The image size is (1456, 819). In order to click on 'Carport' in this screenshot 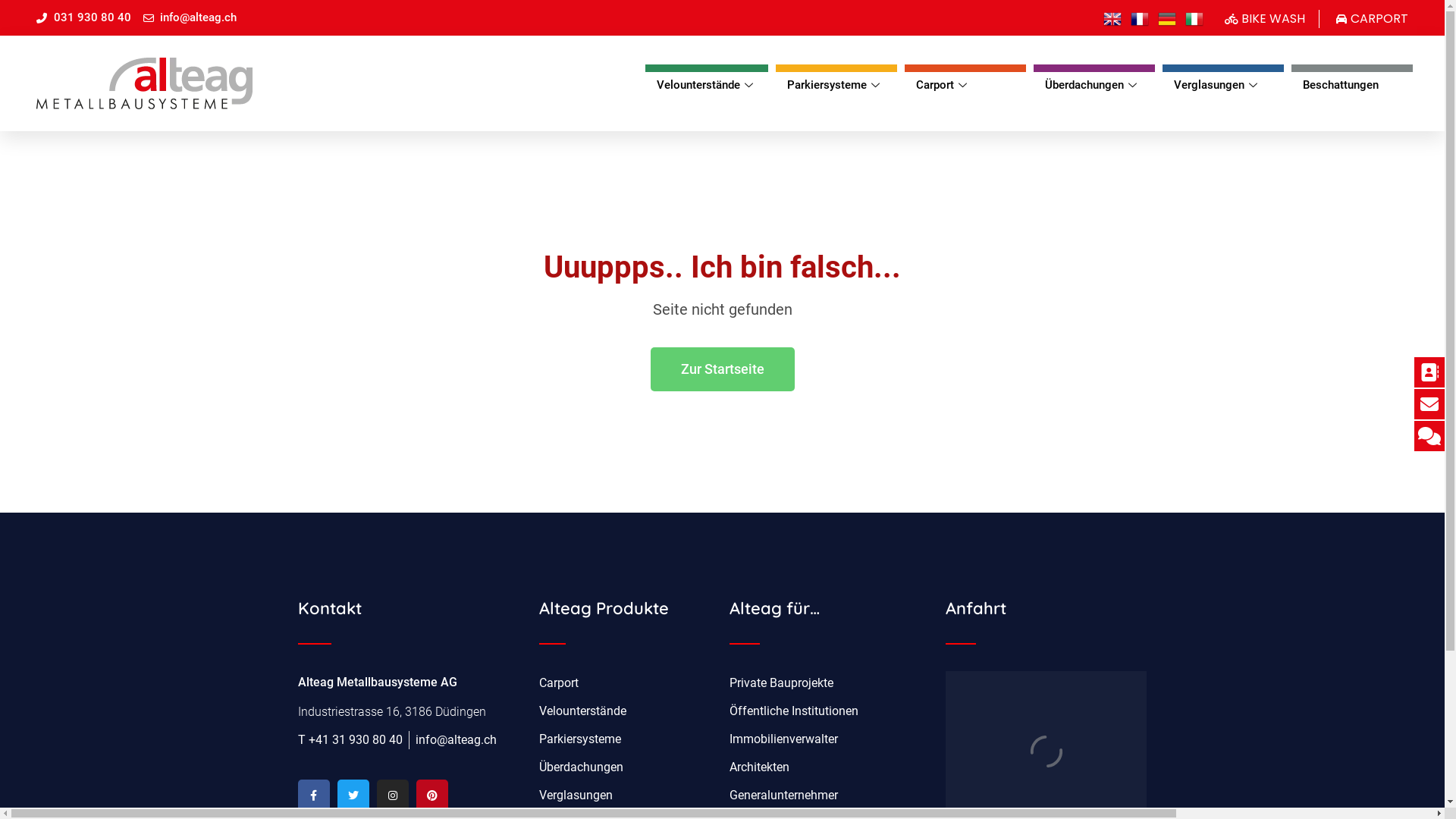, I will do `click(964, 81)`.